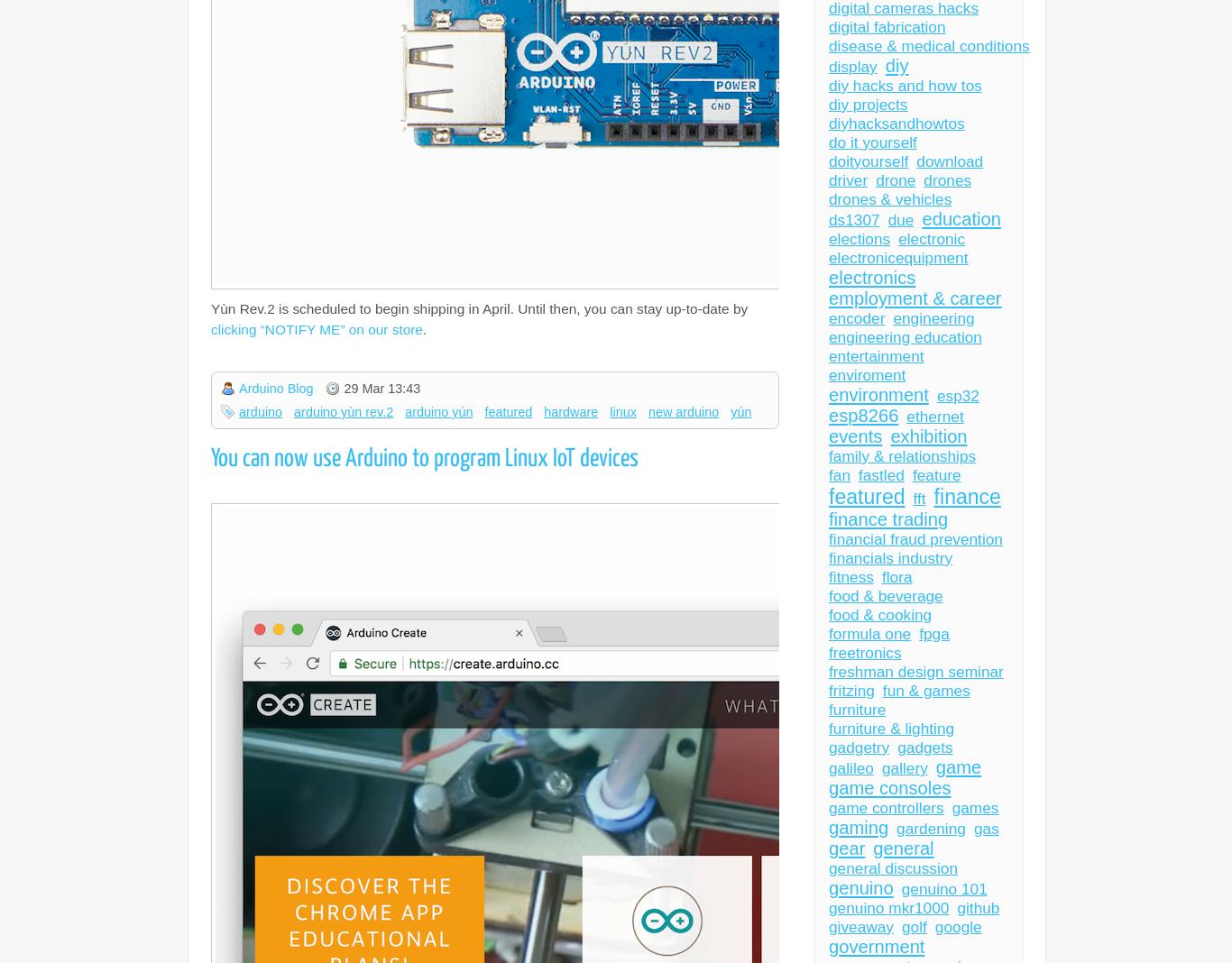  Describe the element at coordinates (848, 180) in the screenshot. I see `'driver'` at that location.